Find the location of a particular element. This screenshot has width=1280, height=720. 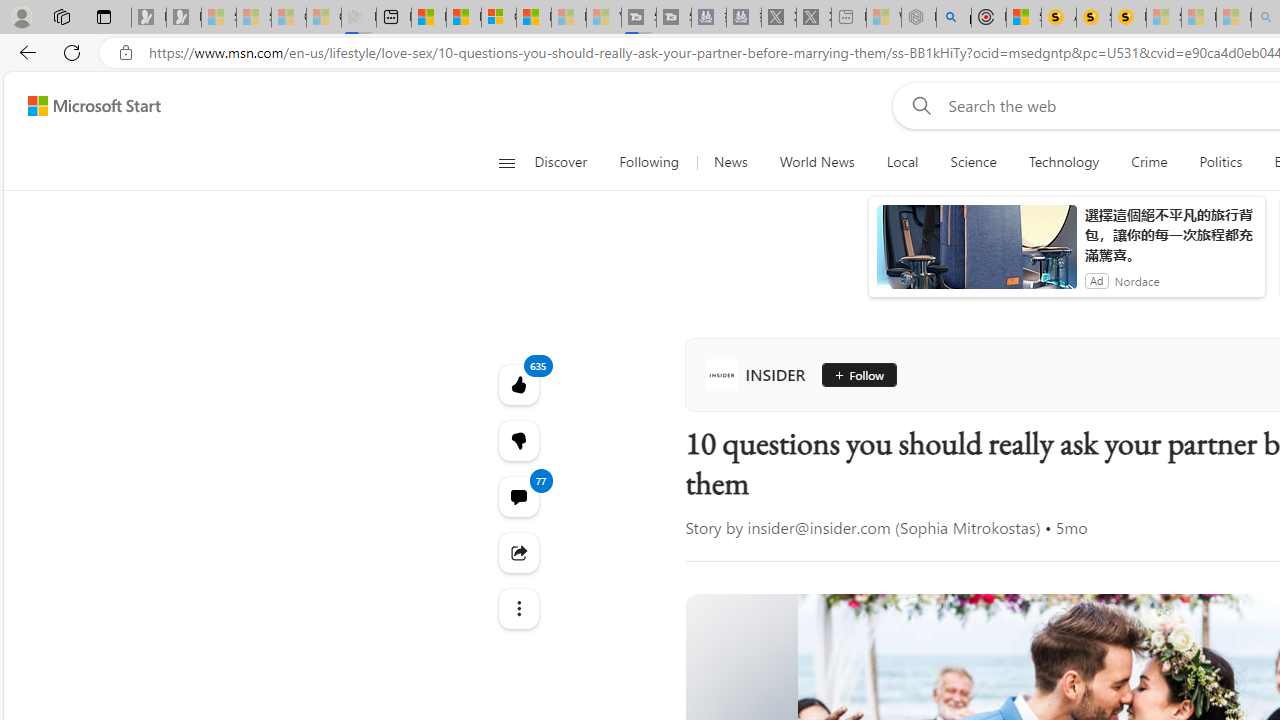

'Nordace - Summer Adventures 2024 - Sleeping' is located at coordinates (918, 17).